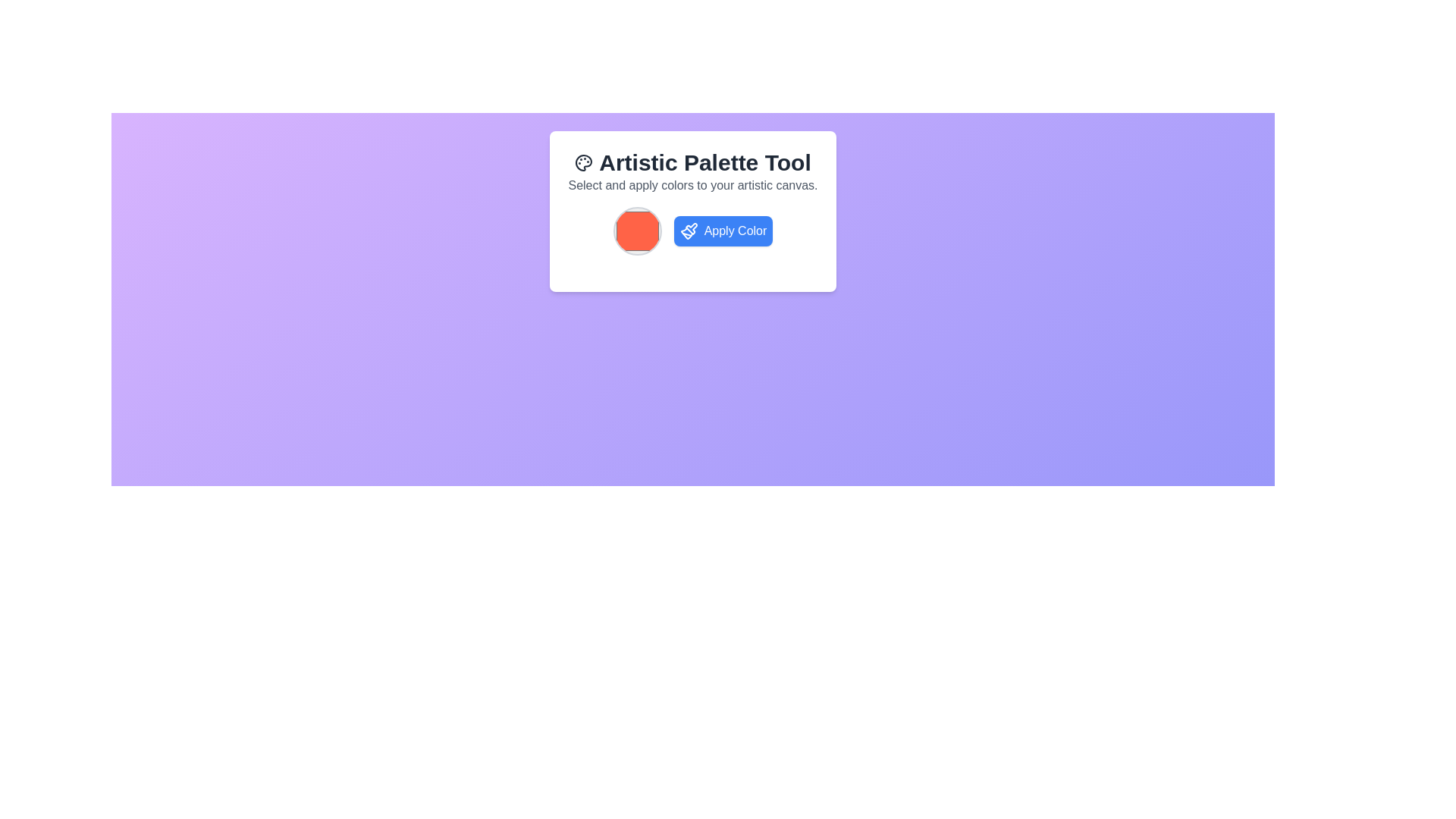 This screenshot has width=1456, height=819. Describe the element at coordinates (688, 231) in the screenshot. I see `the paintbrush icon located inside the blue 'Apply Color' button, which is positioned to the right of the orange color selector in the white card layout` at that location.